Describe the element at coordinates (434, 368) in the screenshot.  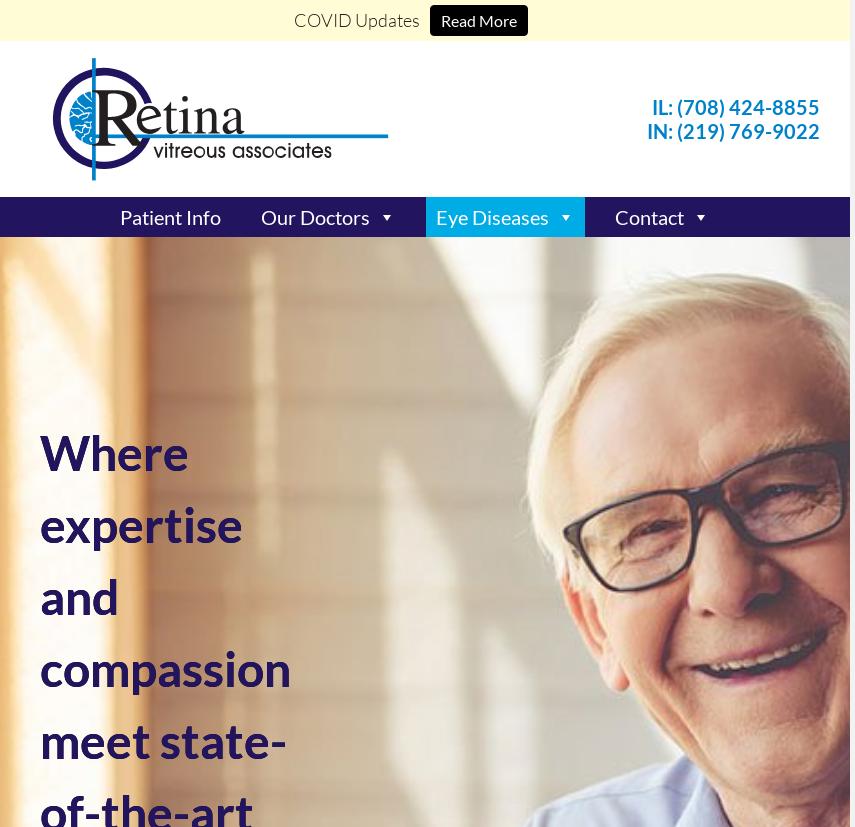
I see `'Flashes & Floaters'` at that location.